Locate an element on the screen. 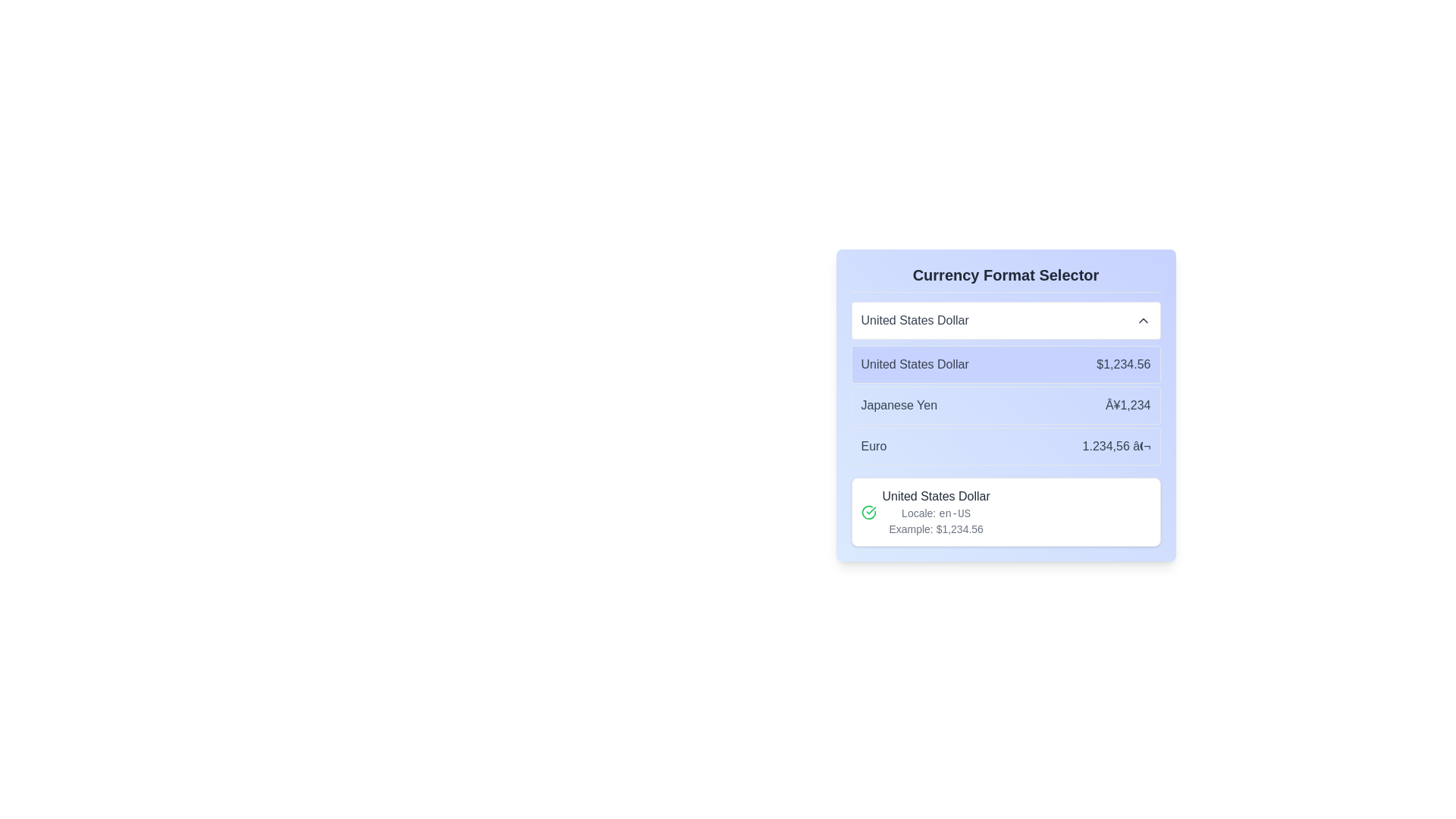 This screenshot has height=819, width=1456. the success confirmation icon adjacent to the currency-related description box, indicating the selected currency format if it is interactive is located at coordinates (868, 512).